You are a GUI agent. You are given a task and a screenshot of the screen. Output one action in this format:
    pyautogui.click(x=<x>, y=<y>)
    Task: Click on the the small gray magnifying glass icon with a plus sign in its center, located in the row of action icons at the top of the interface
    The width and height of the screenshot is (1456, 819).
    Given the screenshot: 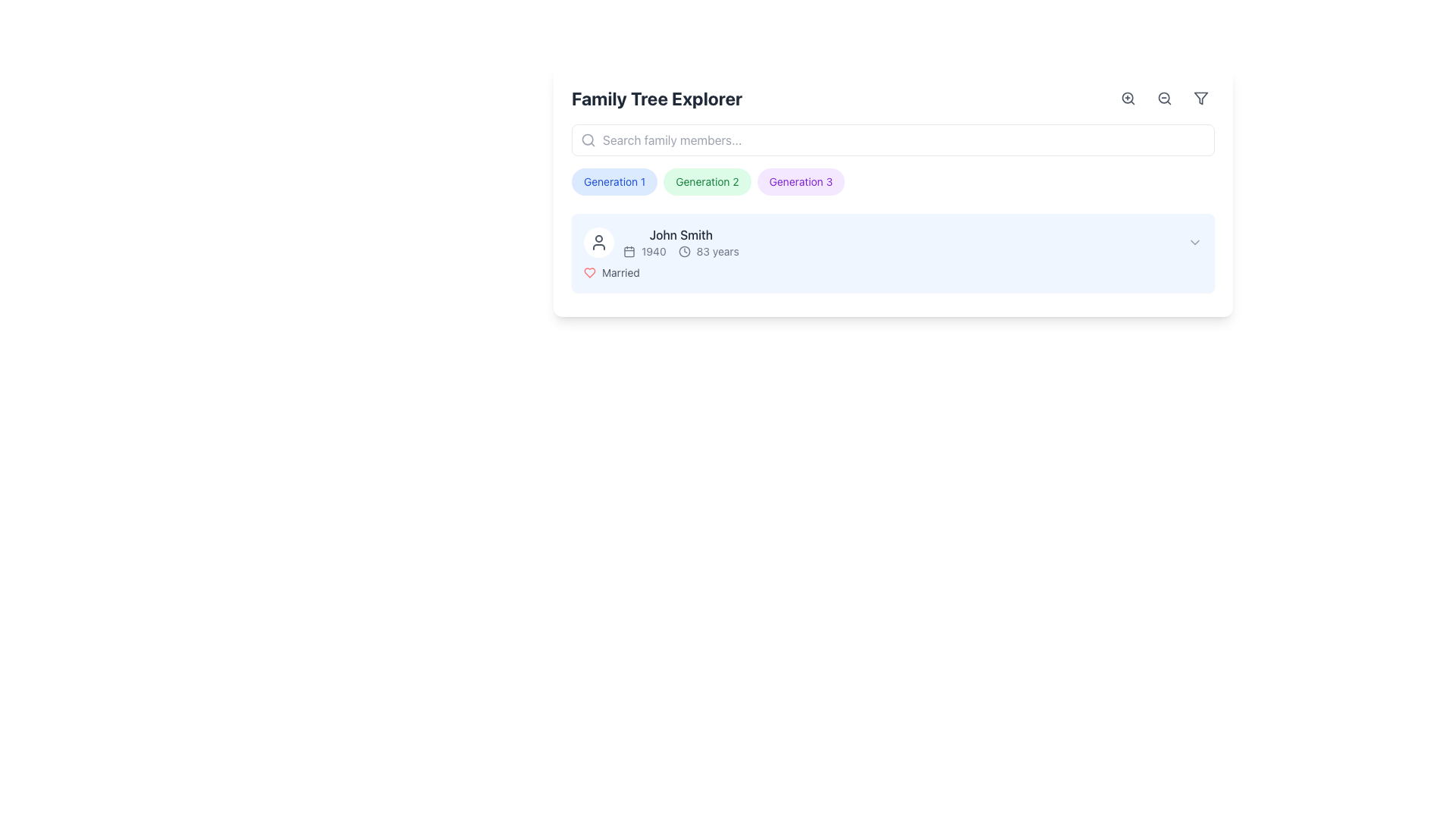 What is the action you would take?
    pyautogui.click(x=1128, y=99)
    